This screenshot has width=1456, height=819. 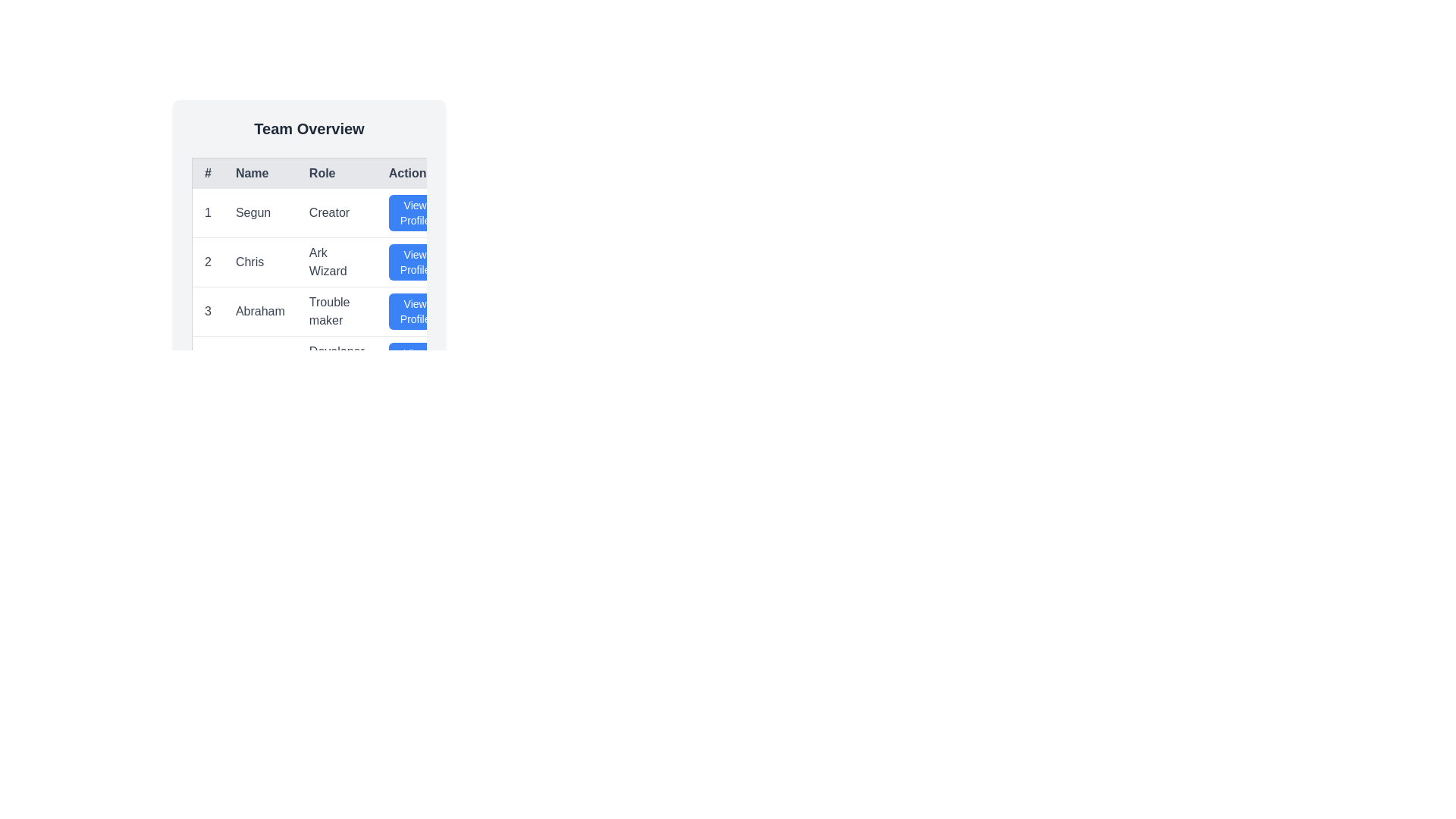 I want to click on the Text Label displaying the name of an individual in the first row and second column of the table under the 'Name' header, so click(x=260, y=213).